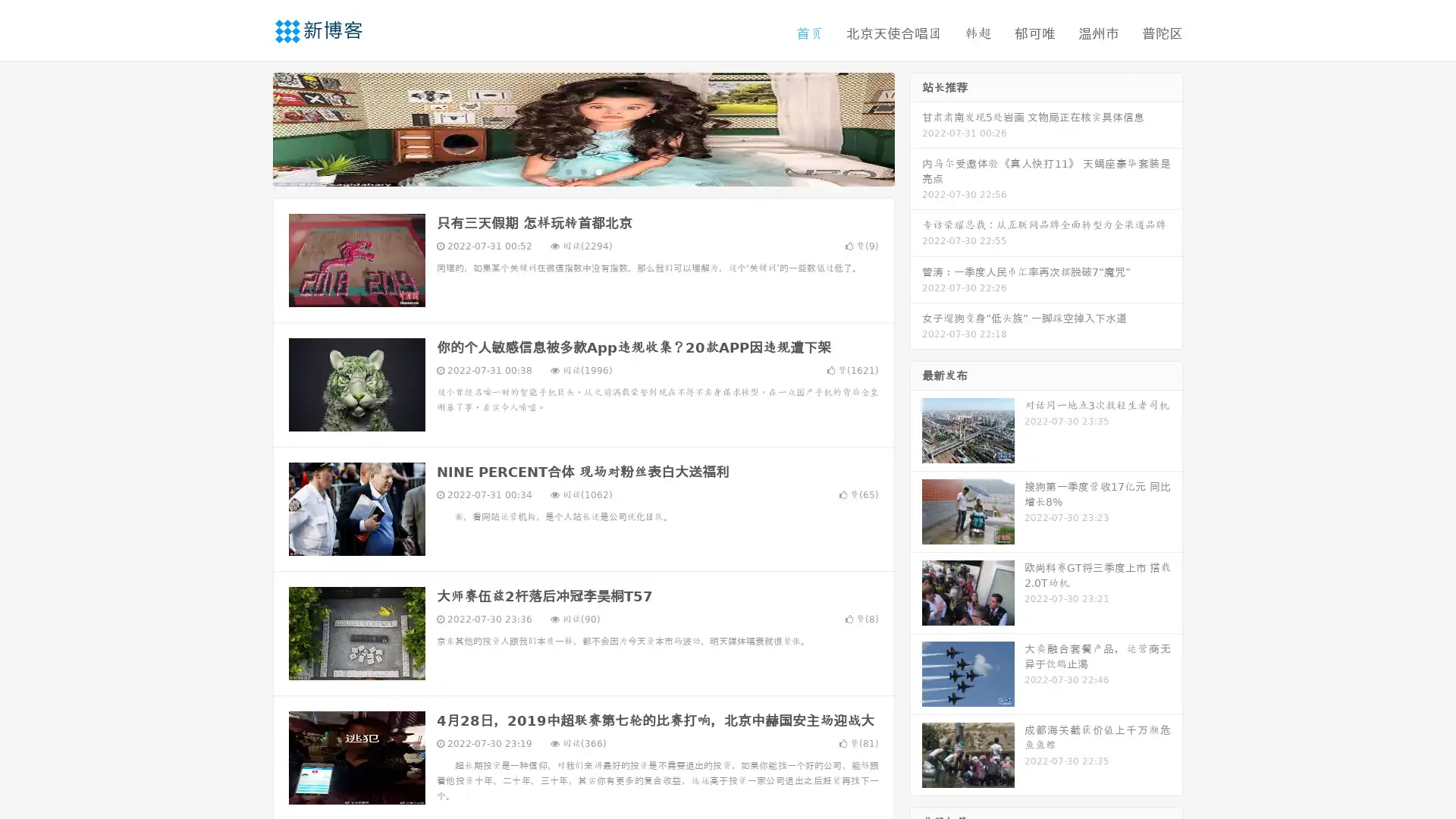  Describe the element at coordinates (916, 127) in the screenshot. I see `Next slide` at that location.